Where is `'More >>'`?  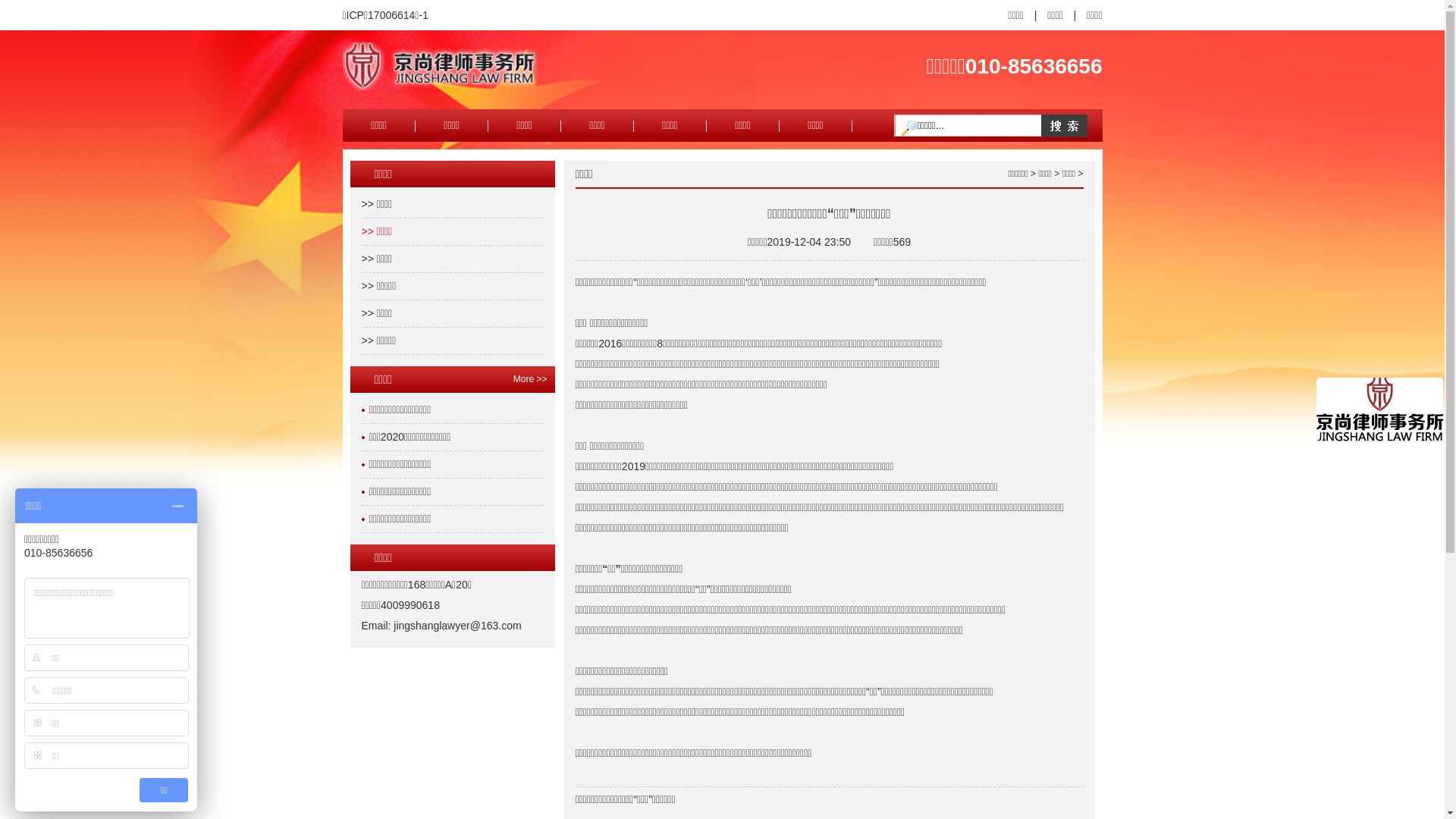 'More >>' is located at coordinates (518, 378).